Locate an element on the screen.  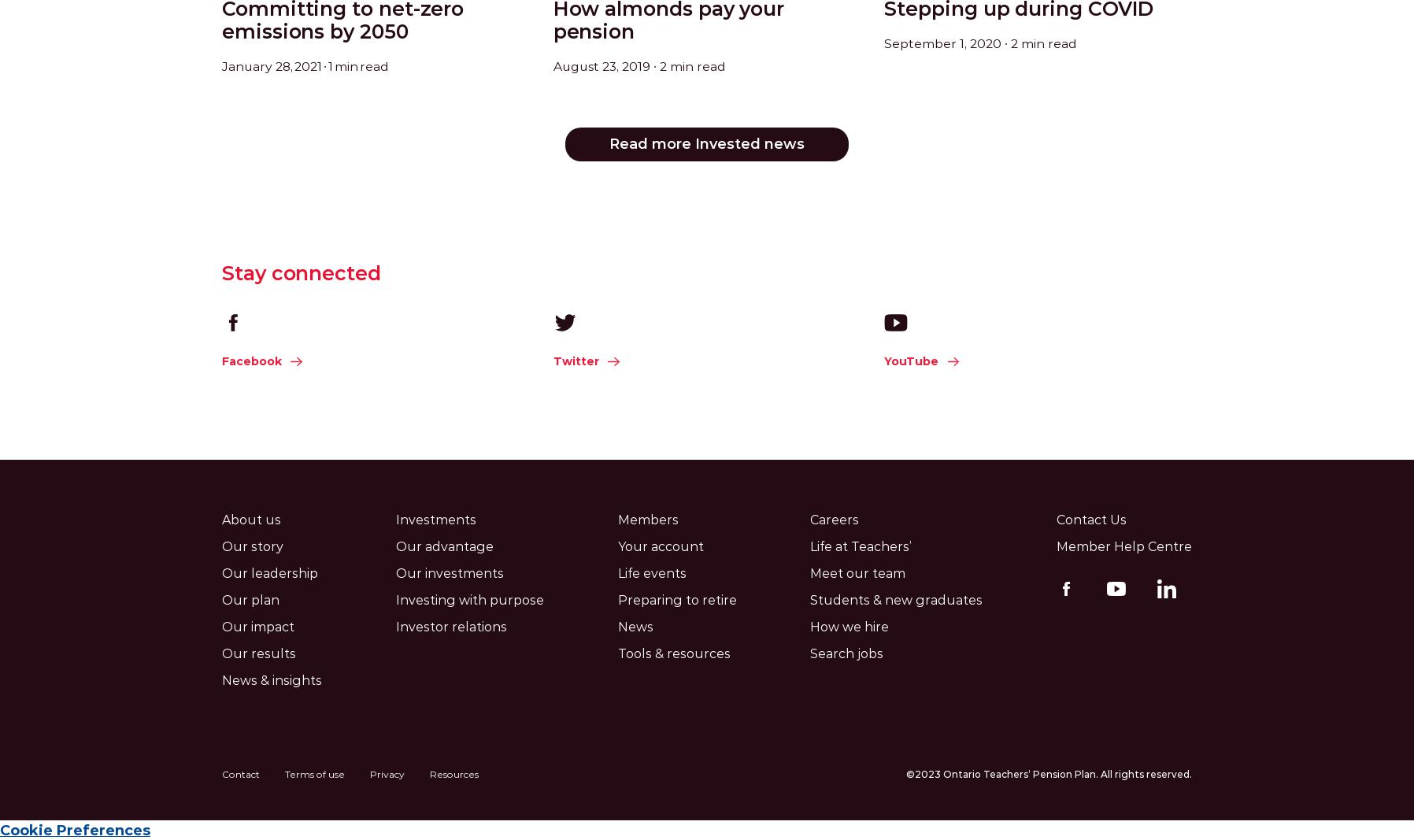
'Life events' is located at coordinates (651, 572).